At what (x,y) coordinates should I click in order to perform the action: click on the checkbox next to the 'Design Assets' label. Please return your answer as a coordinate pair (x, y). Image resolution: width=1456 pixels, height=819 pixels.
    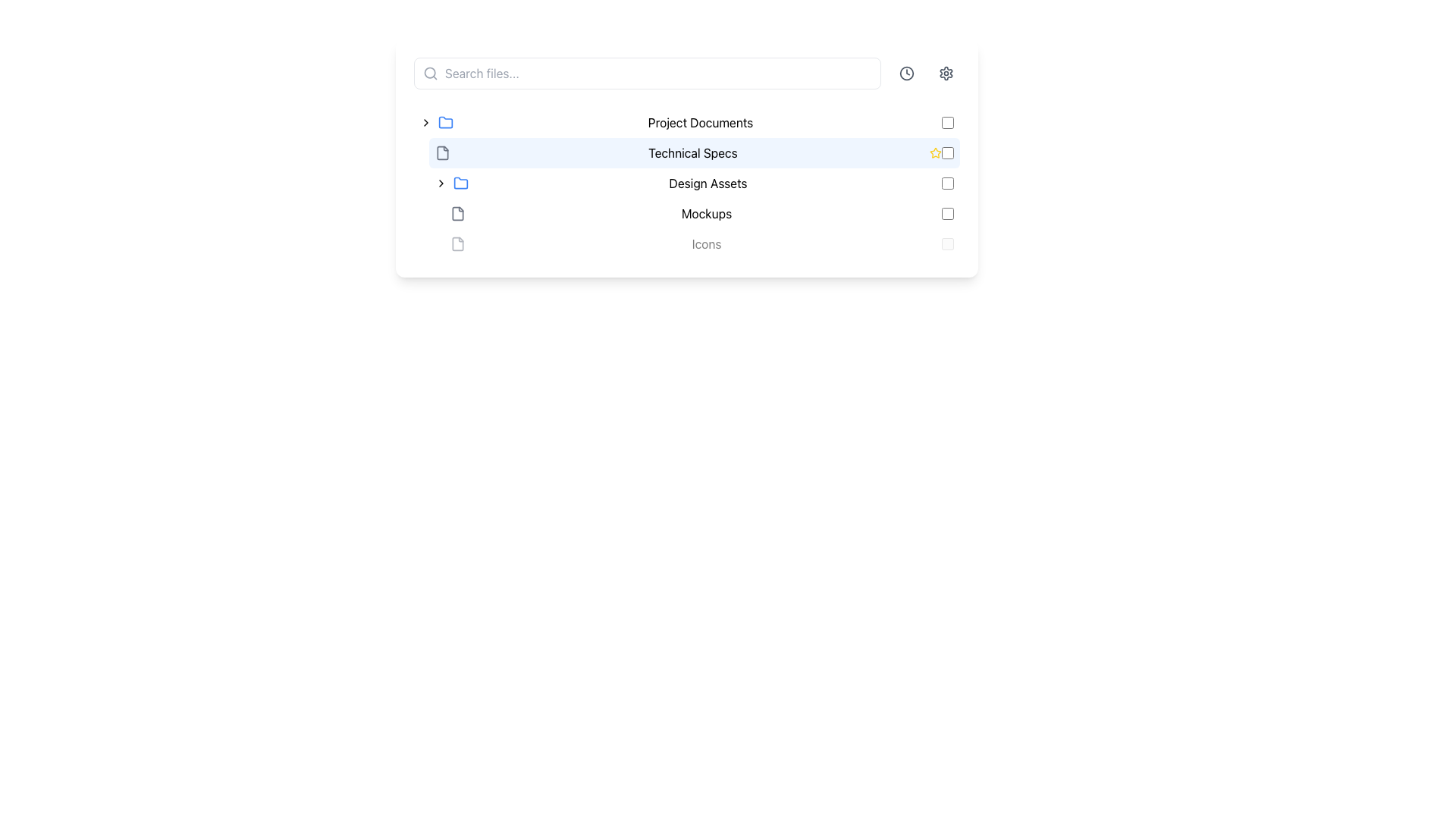
    Looking at the image, I should click on (946, 183).